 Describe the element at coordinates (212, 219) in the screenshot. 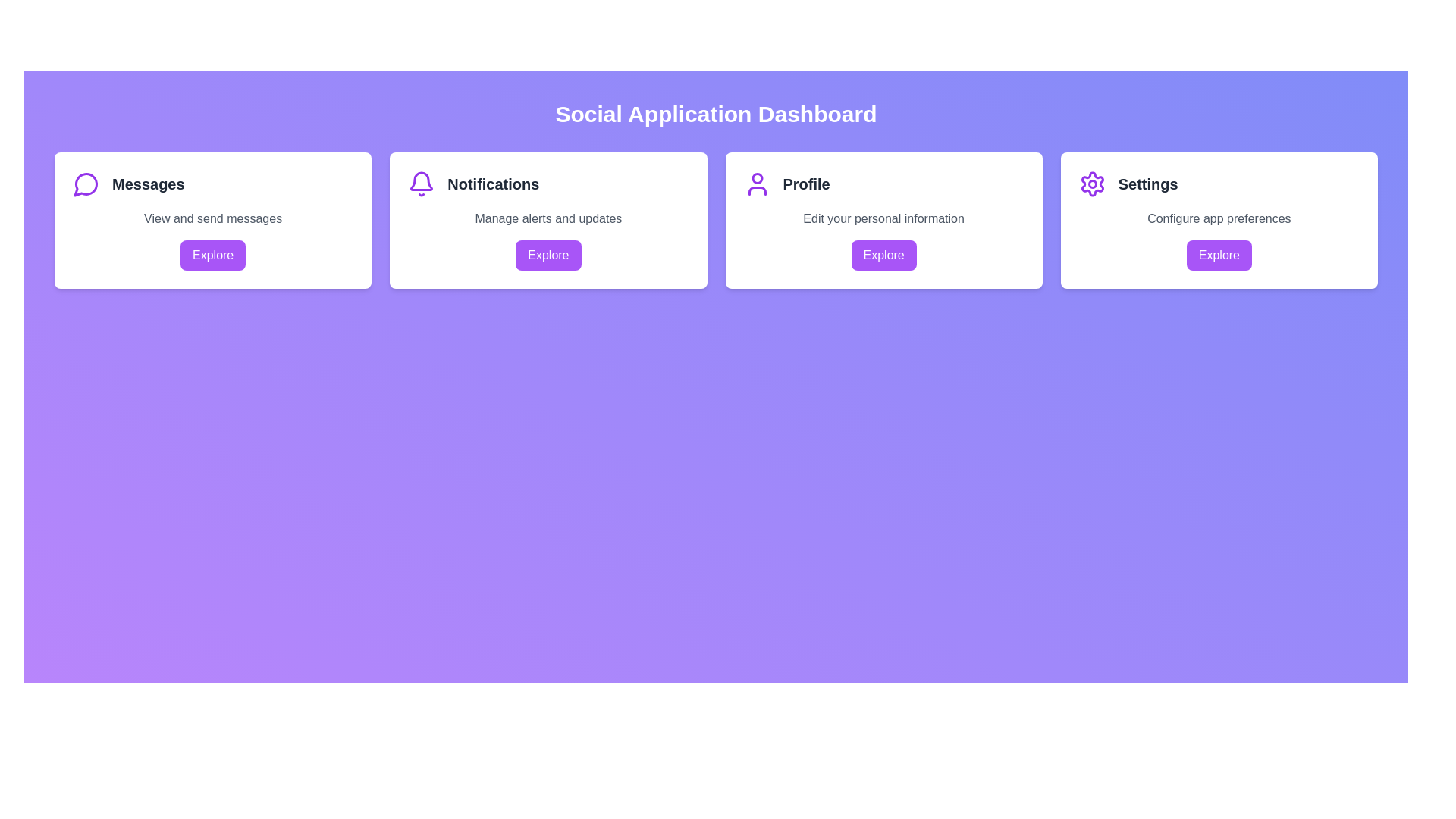

I see `the Text label located centrally beneath the title 'Messages' in the 'Messages' card of the dashboard layout` at that location.